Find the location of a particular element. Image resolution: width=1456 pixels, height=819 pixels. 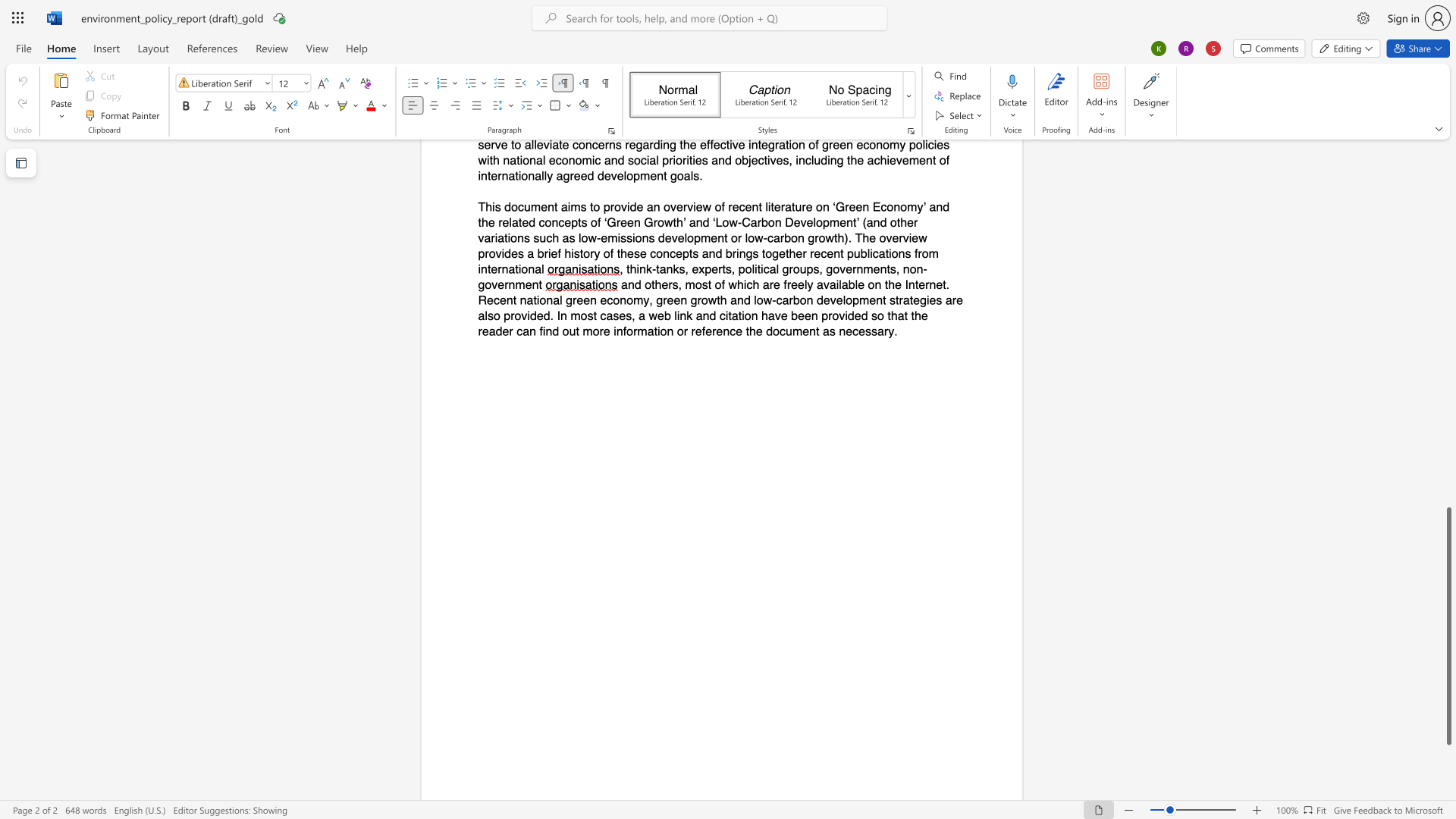

the scrollbar to move the content higher is located at coordinates (1448, 227).